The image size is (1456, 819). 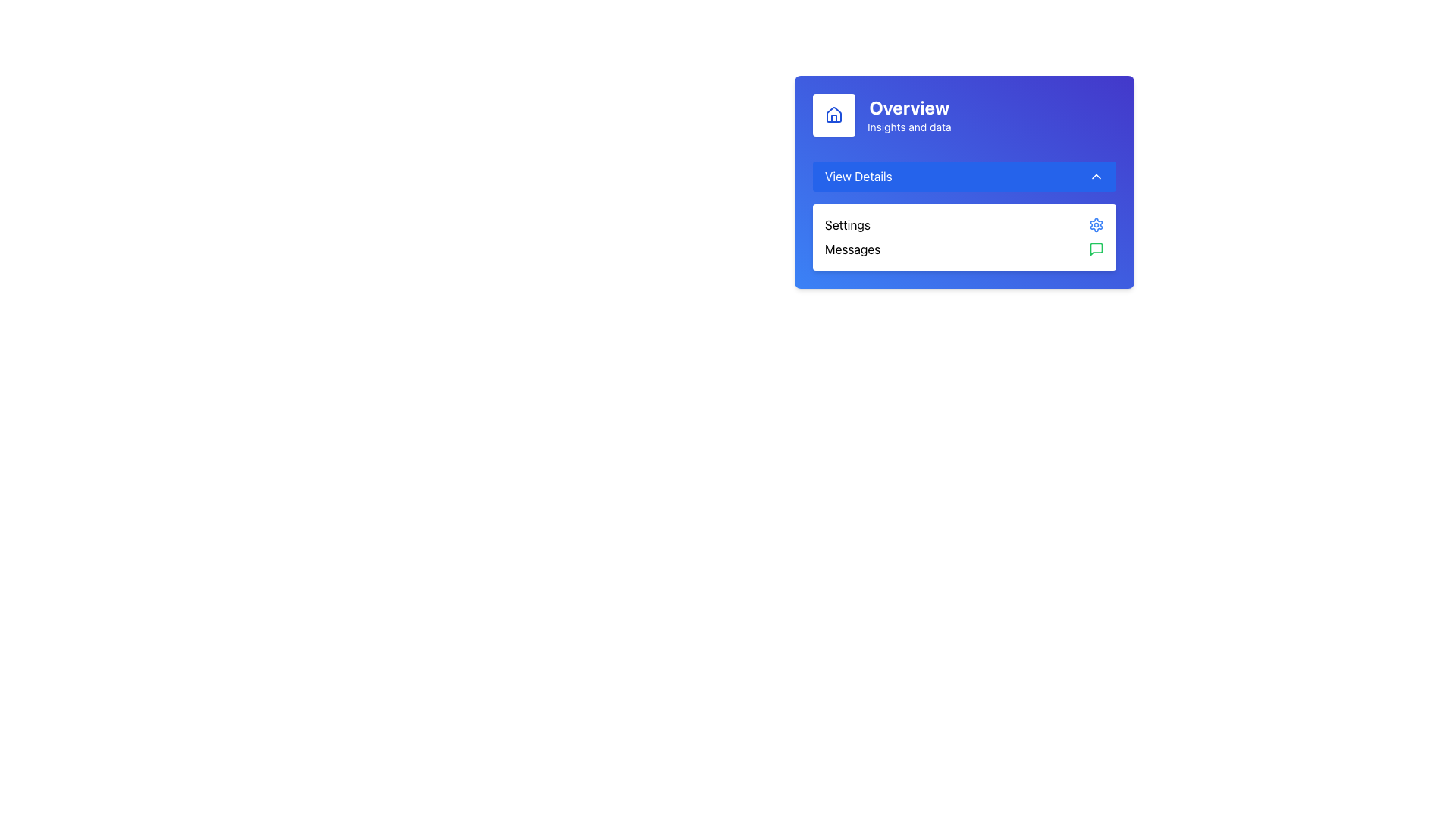 I want to click on the Icon located in the top left corner of the 'Overview' card, above the text 'Insights and data', so click(x=833, y=114).